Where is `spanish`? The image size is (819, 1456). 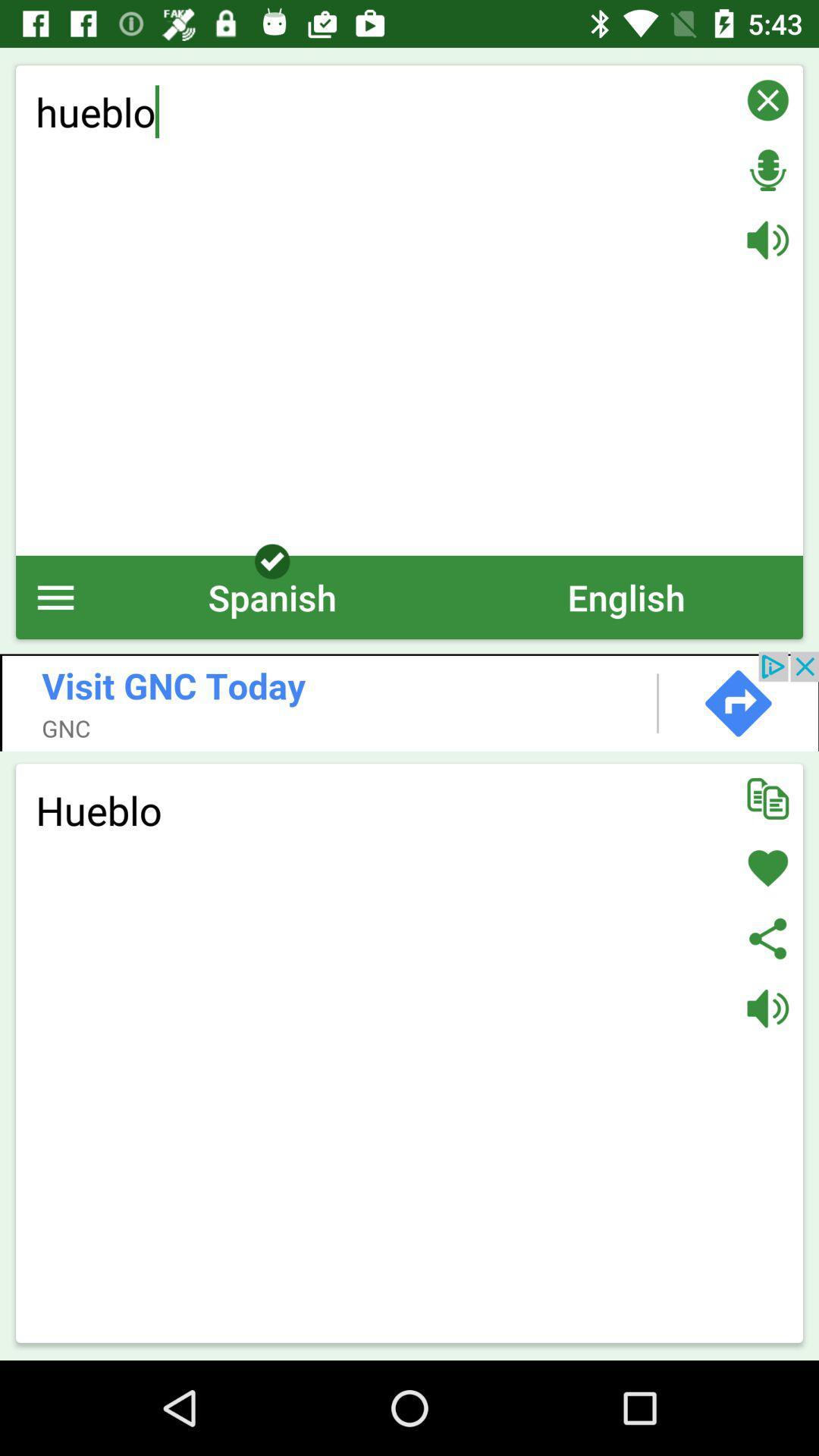
spanish is located at coordinates (271, 596).